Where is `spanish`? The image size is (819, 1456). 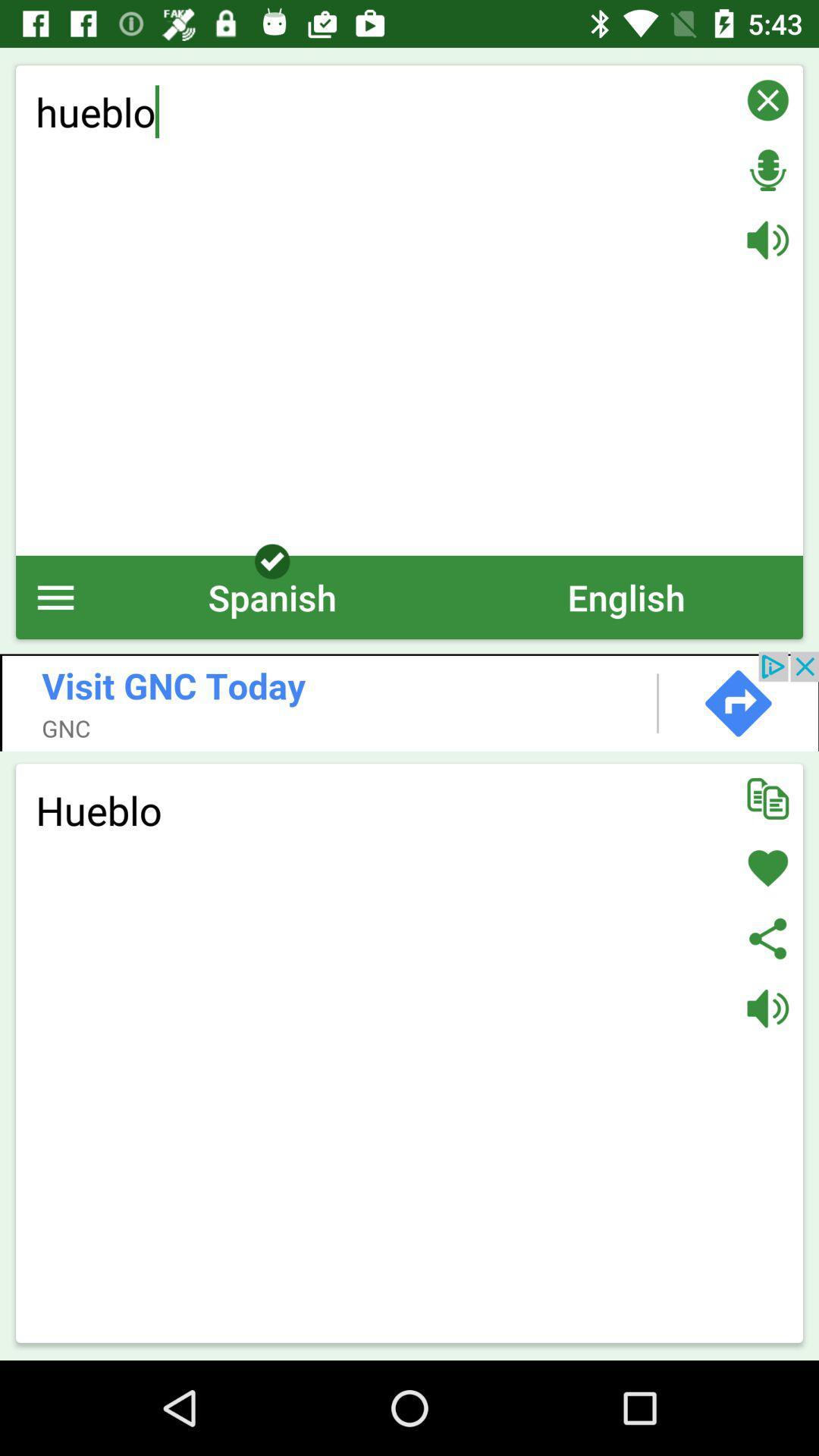
spanish is located at coordinates (271, 596).